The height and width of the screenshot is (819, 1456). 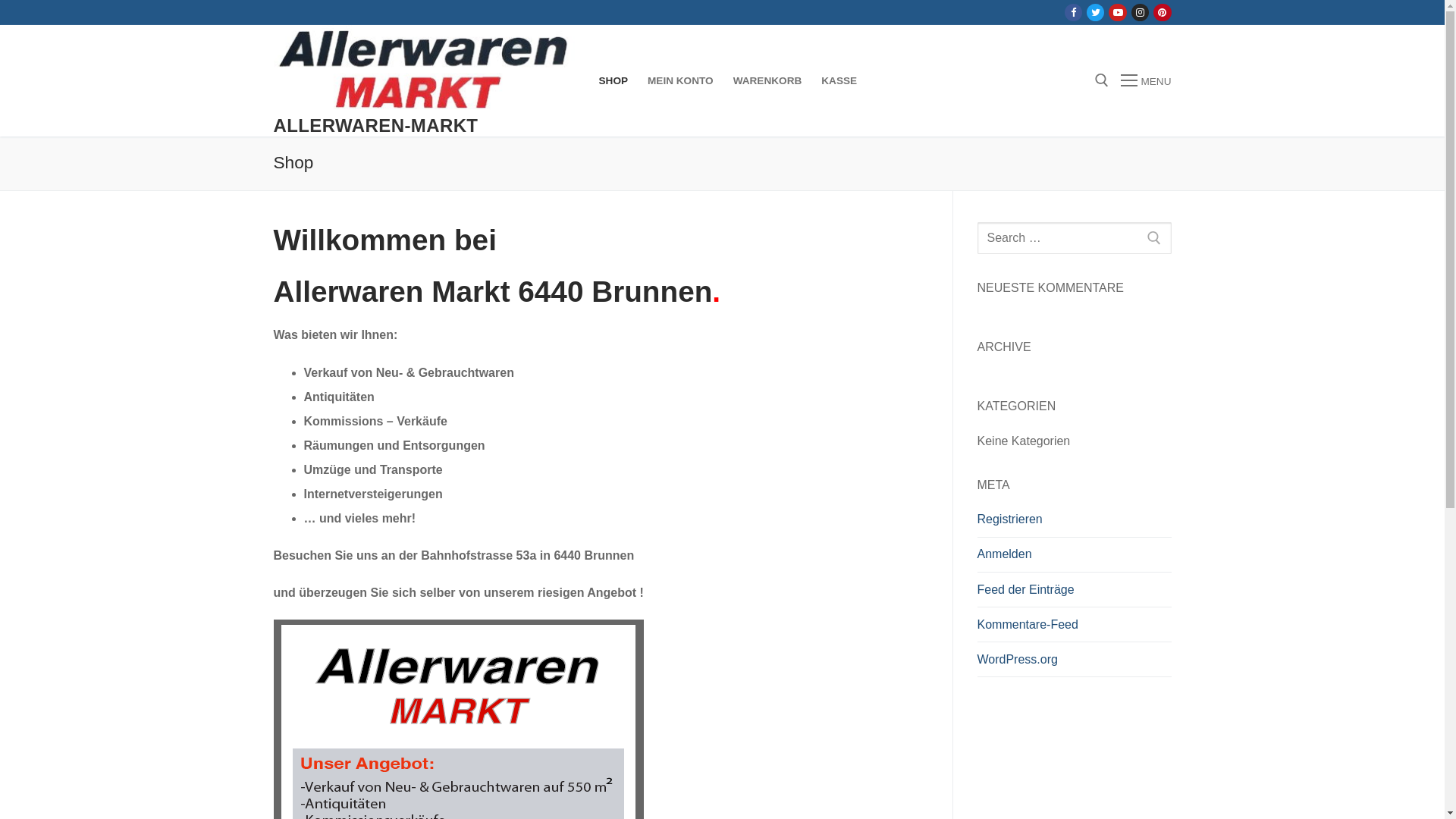 I want to click on 'Facebook', so click(x=1072, y=12).